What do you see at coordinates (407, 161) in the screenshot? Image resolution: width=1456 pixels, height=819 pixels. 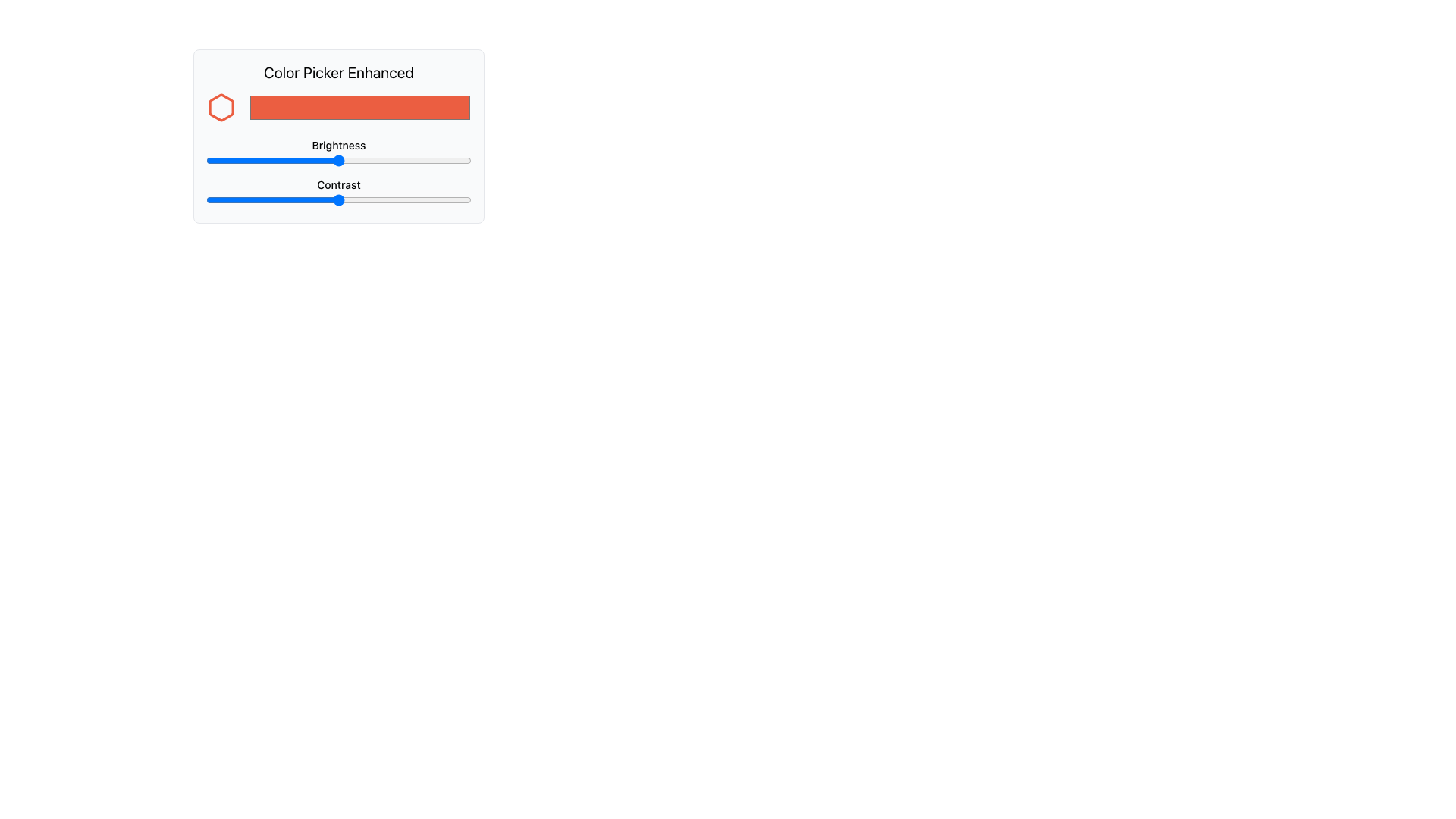 I see `brightness level` at bounding box center [407, 161].